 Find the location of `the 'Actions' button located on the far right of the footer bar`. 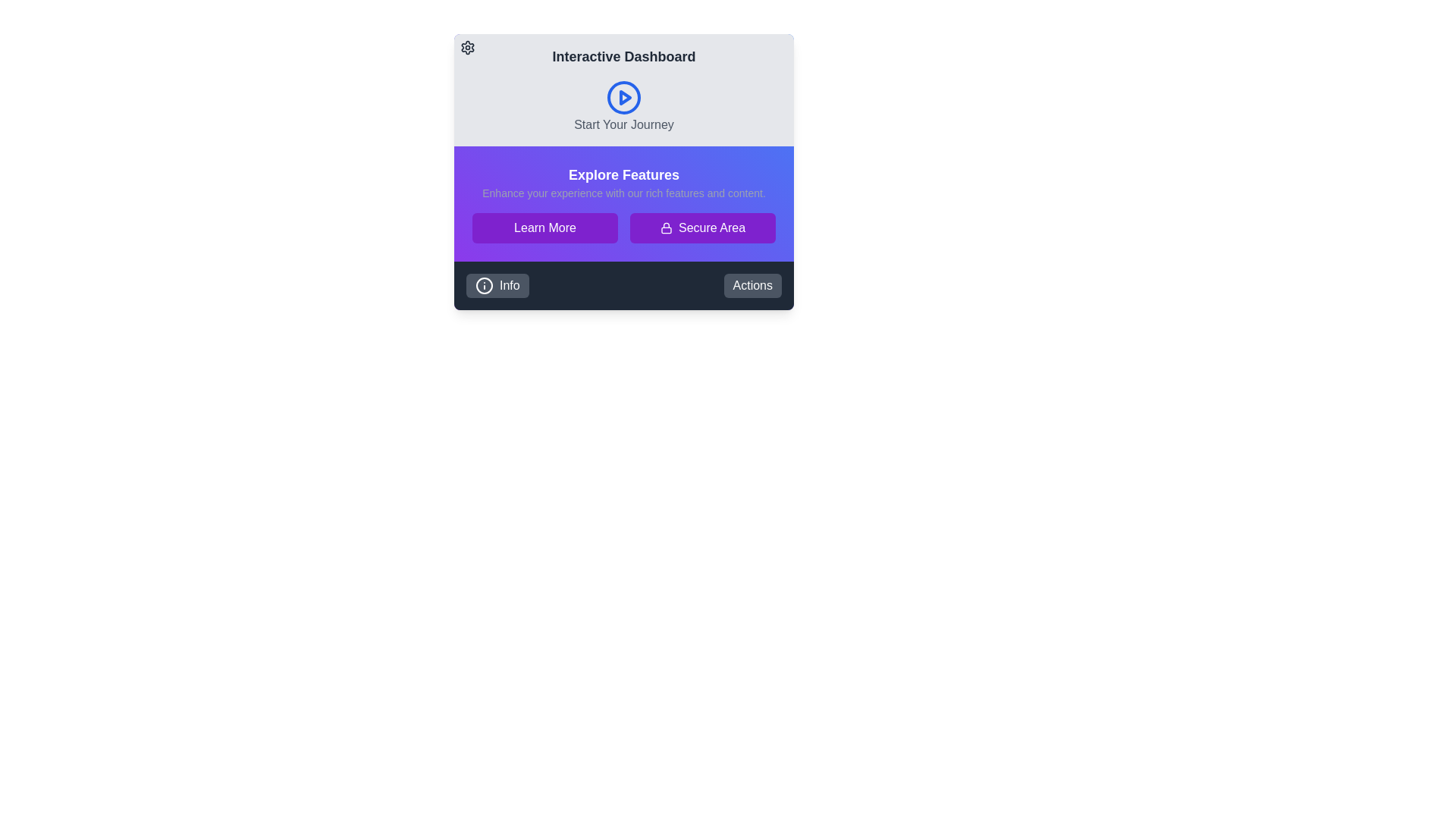

the 'Actions' button located on the far right of the footer bar is located at coordinates (752, 286).